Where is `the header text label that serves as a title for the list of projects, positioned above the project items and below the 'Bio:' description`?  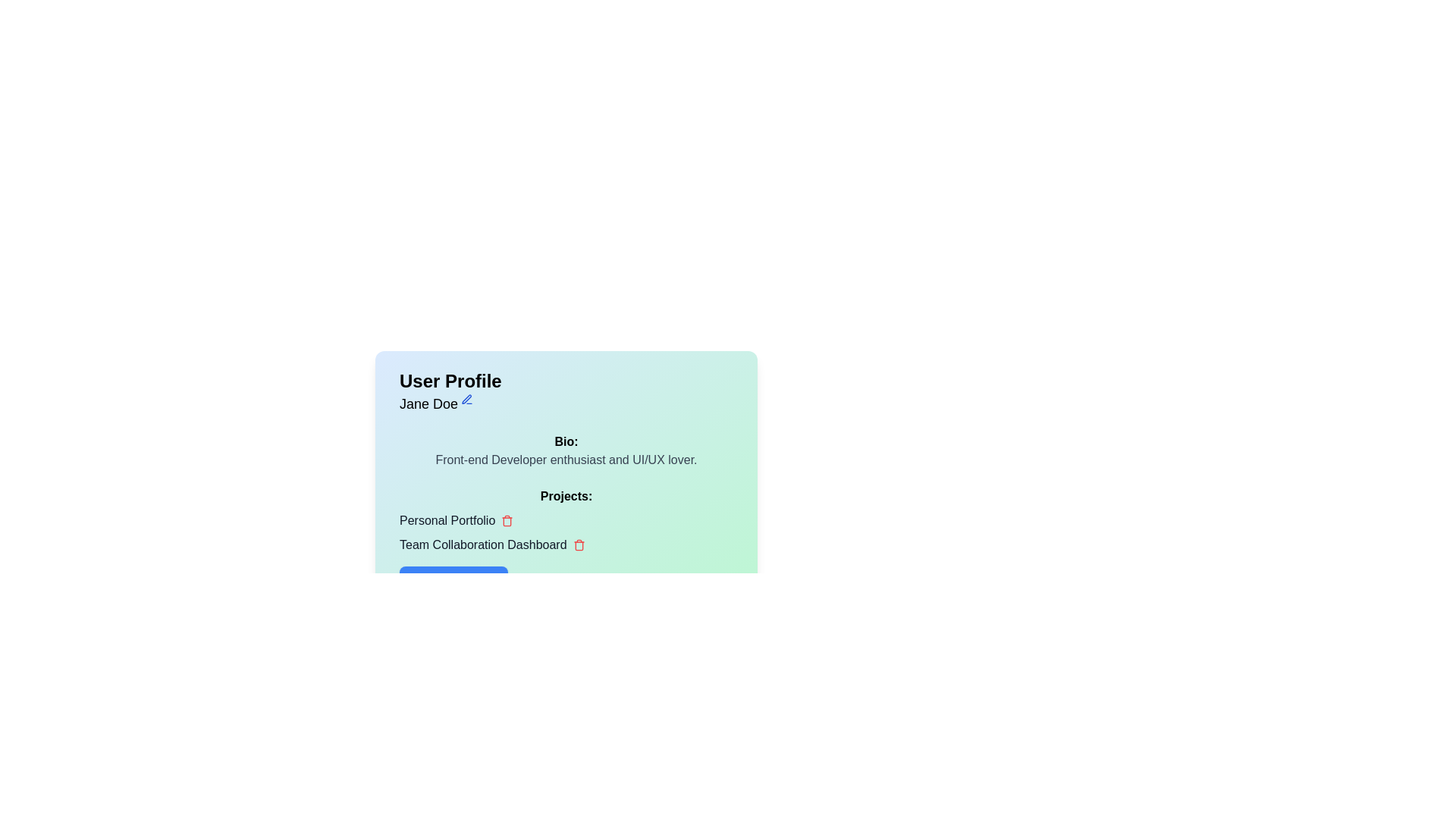 the header text label that serves as a title for the list of projects, positioned above the project items and below the 'Bio:' description is located at coordinates (566, 497).